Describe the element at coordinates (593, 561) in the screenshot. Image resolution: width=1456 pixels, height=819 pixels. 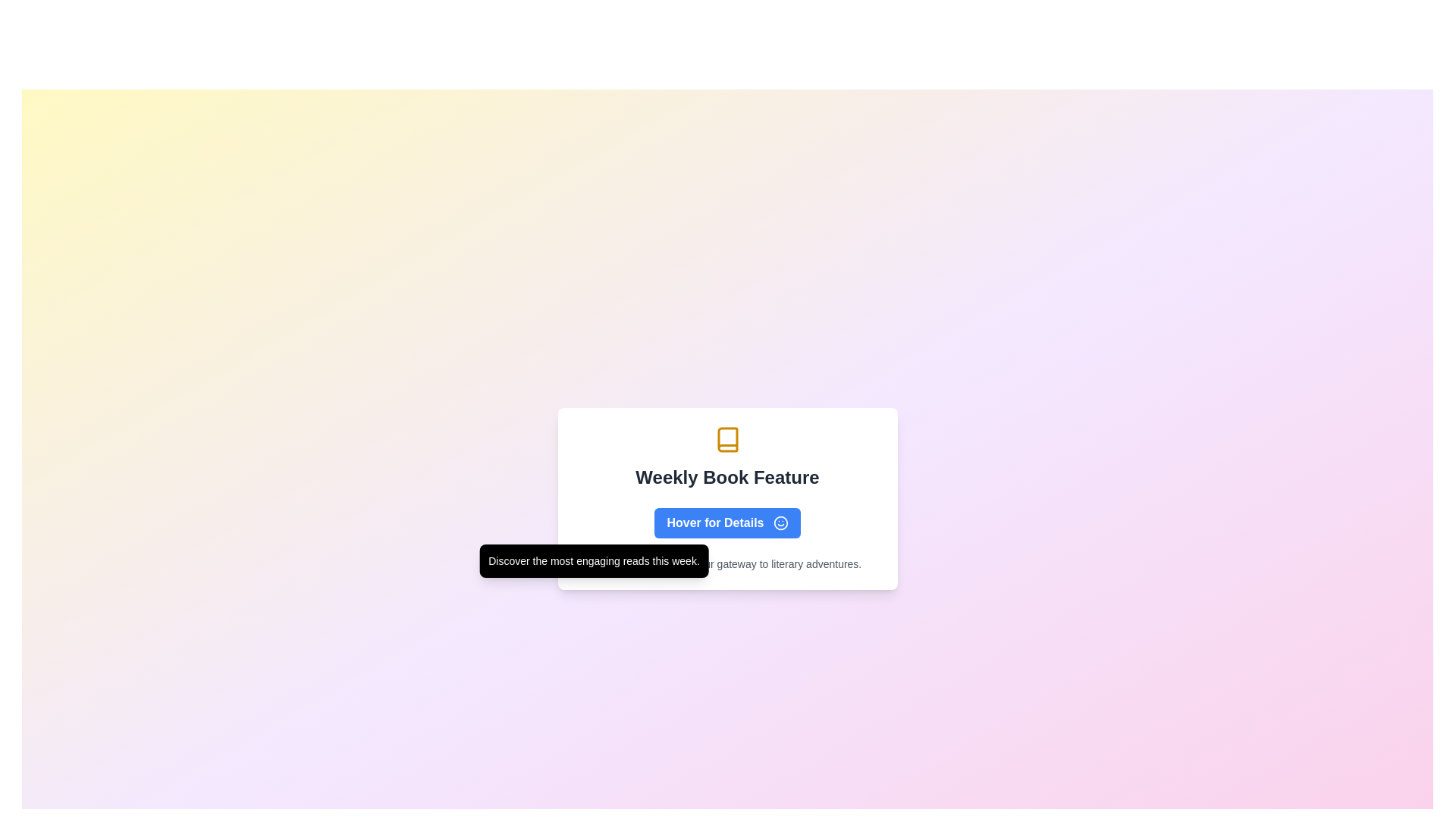
I see `the Text Label that provides supplementary information below the 'Hover for Details' button, centrally aligned within the black rectangular background of the floating card` at that location.